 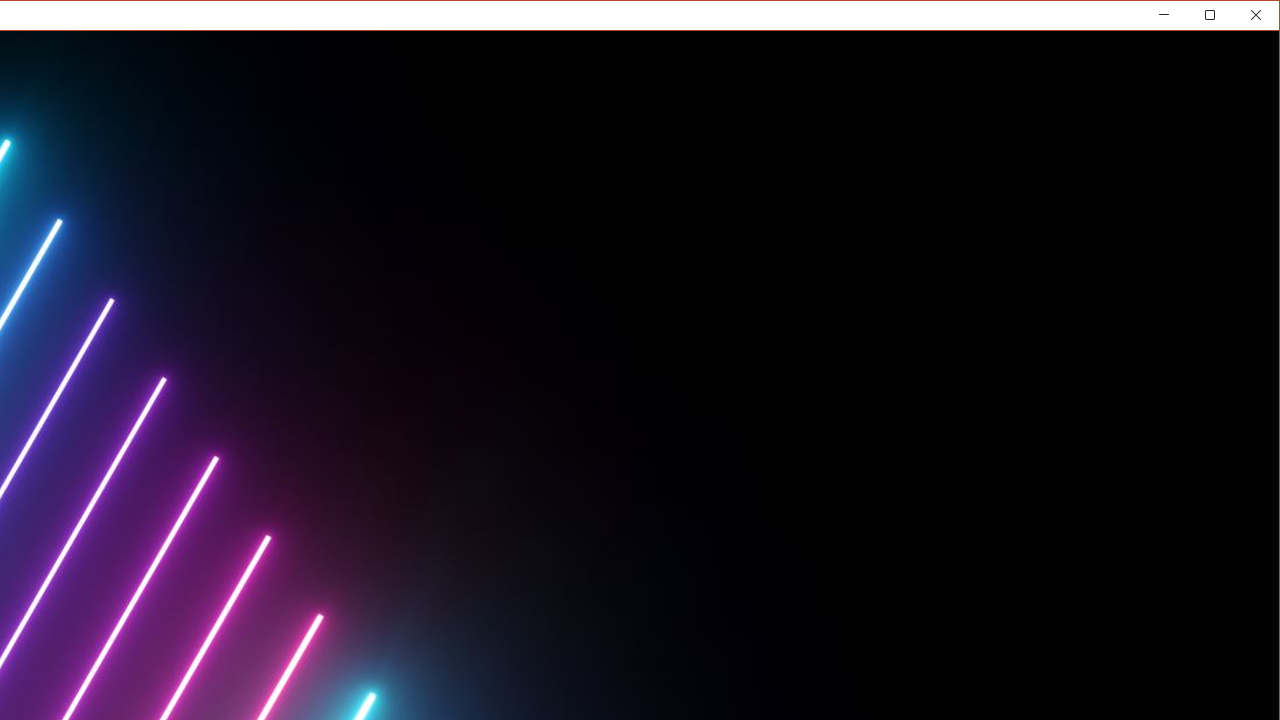 What do you see at coordinates (1215, 19) in the screenshot?
I see `'Minimize'` at bounding box center [1215, 19].